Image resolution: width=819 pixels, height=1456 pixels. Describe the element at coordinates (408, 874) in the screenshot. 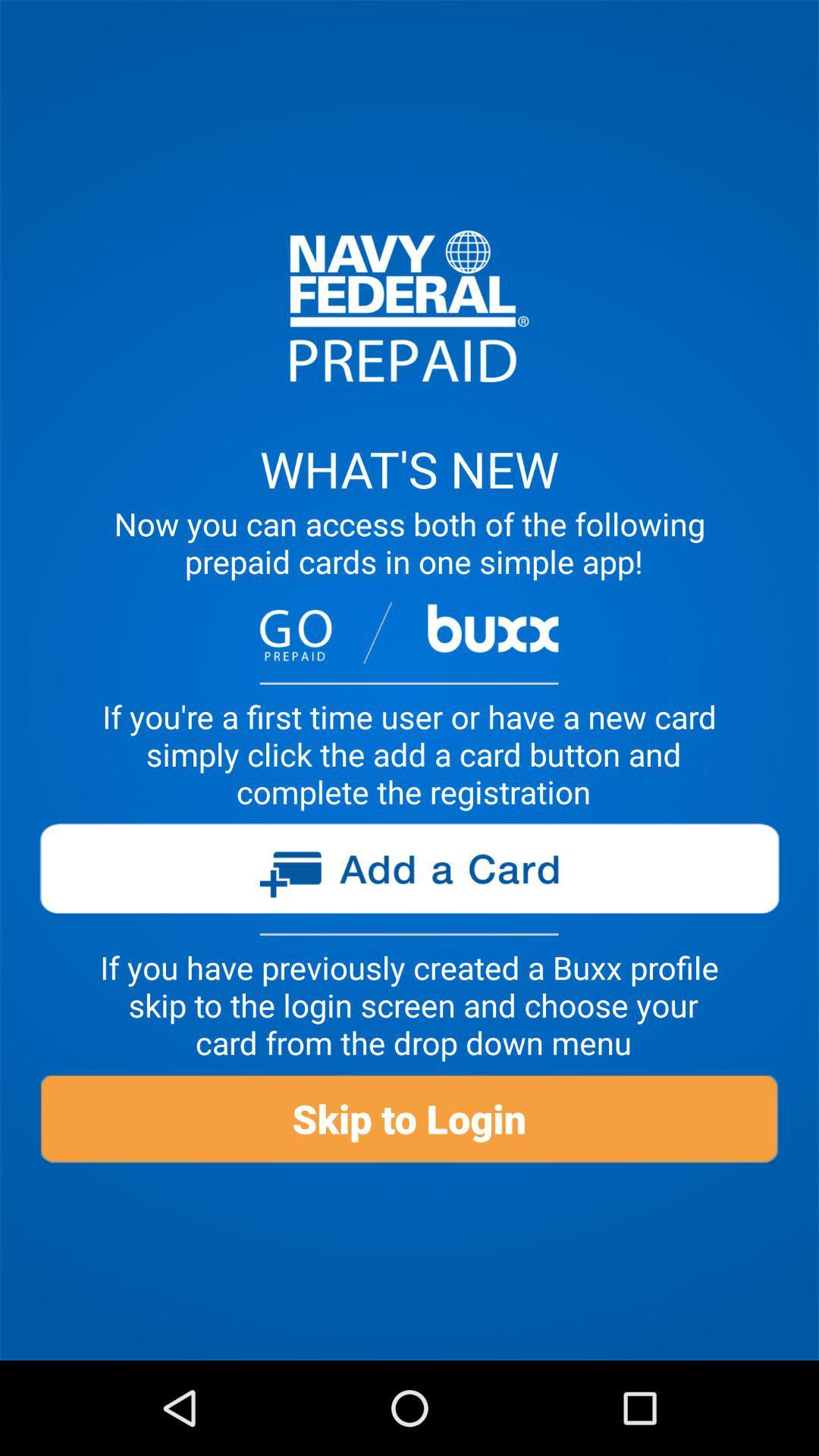

I see `payment information` at that location.